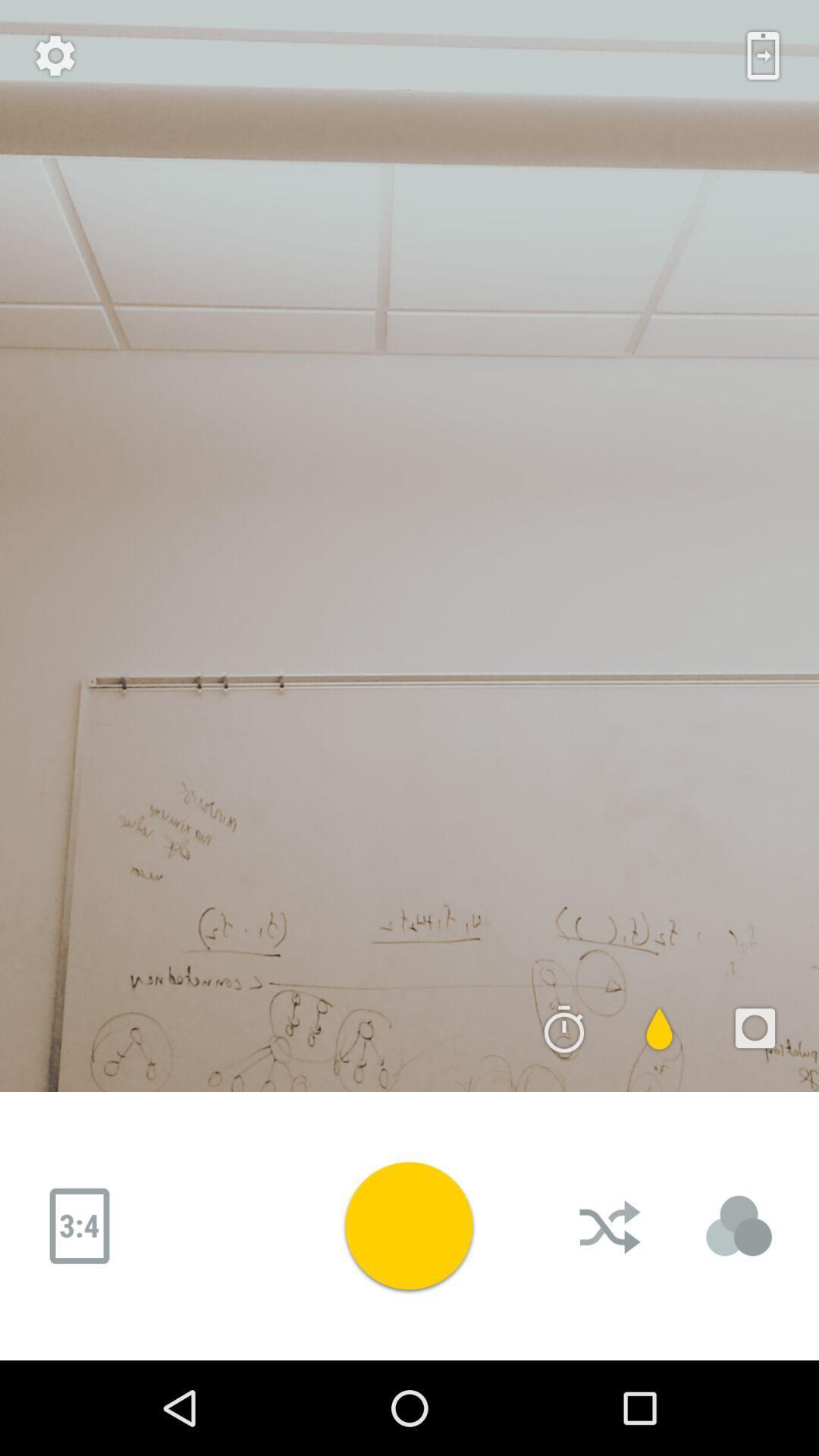 The width and height of the screenshot is (819, 1456). What do you see at coordinates (755, 1028) in the screenshot?
I see `the photo icon` at bounding box center [755, 1028].